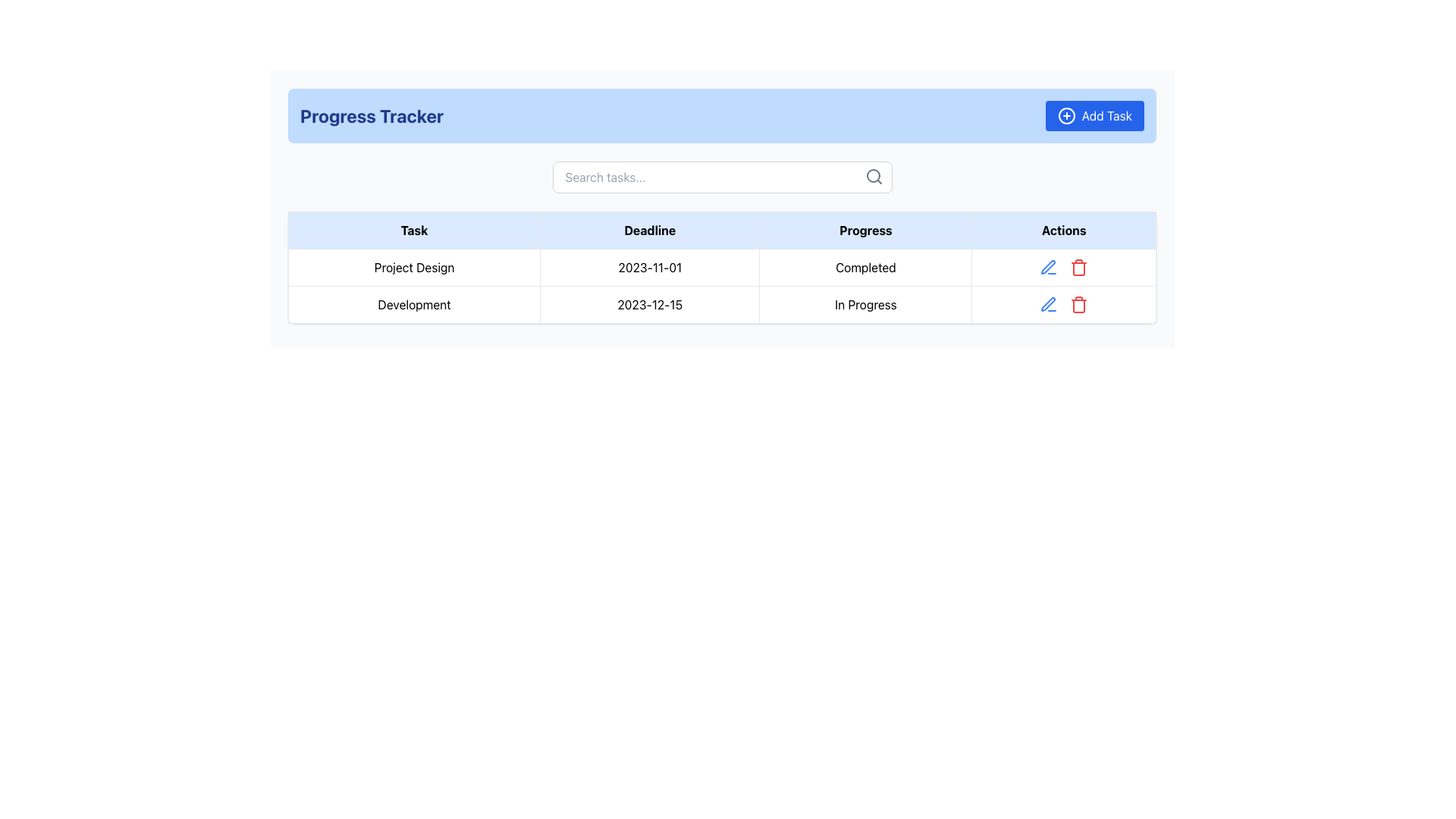  Describe the element at coordinates (1063, 304) in the screenshot. I see `the blue pen icon in the 'Actions' column of the second row in the table` at that location.